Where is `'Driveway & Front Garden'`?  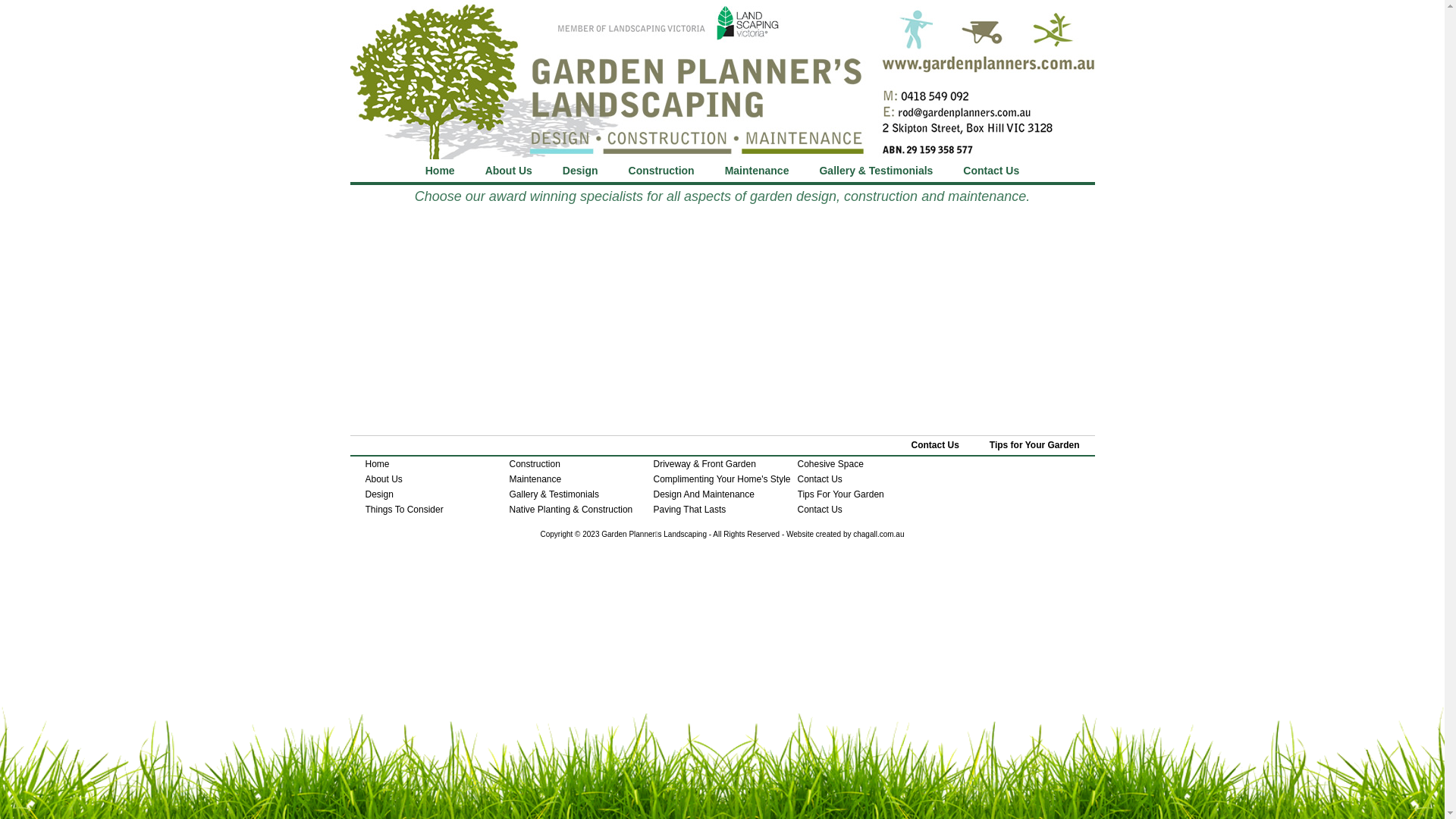 'Driveway & Front Garden' is located at coordinates (704, 463).